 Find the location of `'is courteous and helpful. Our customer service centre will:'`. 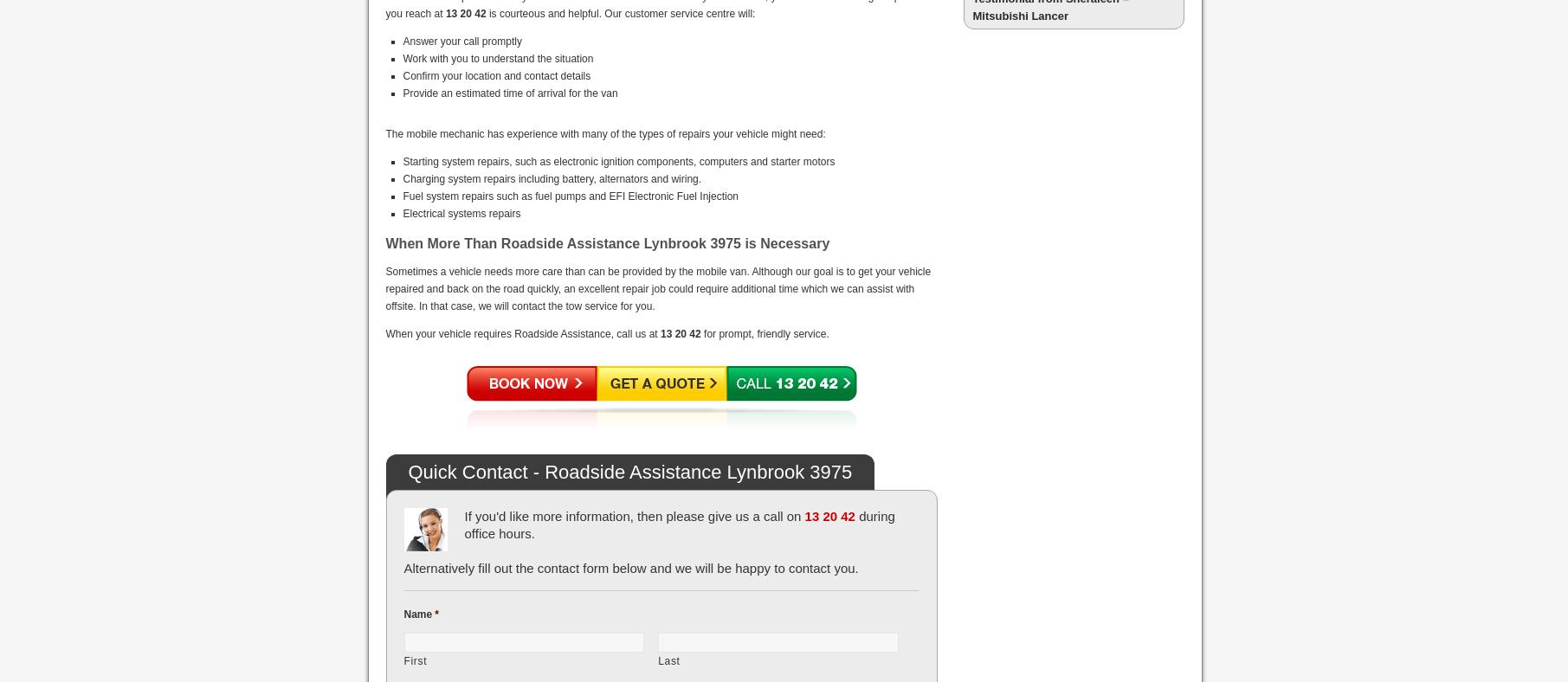

'is courteous and helpful. Our customer service centre will:' is located at coordinates (619, 12).